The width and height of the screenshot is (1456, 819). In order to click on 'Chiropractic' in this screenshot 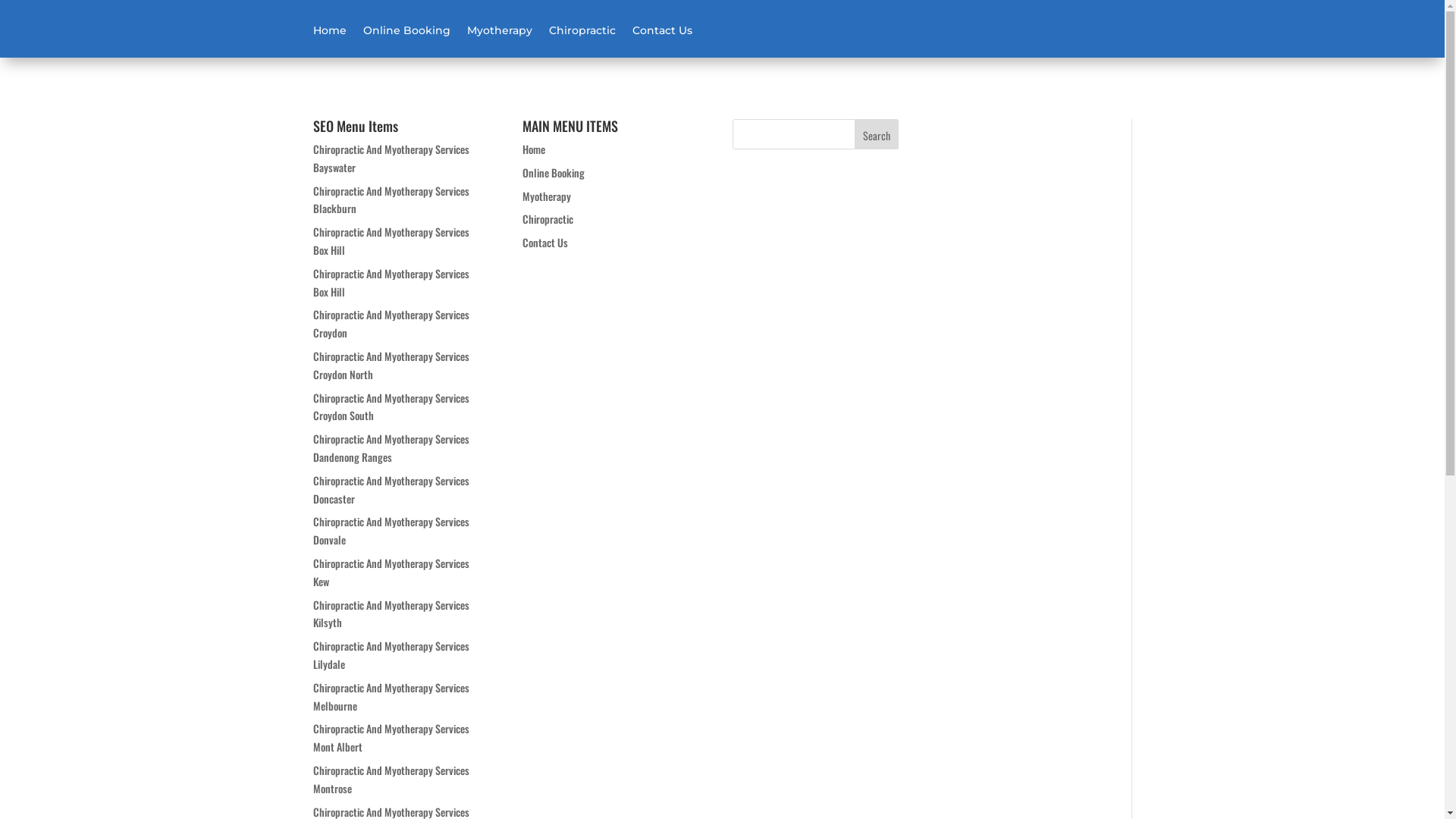, I will do `click(582, 40)`.